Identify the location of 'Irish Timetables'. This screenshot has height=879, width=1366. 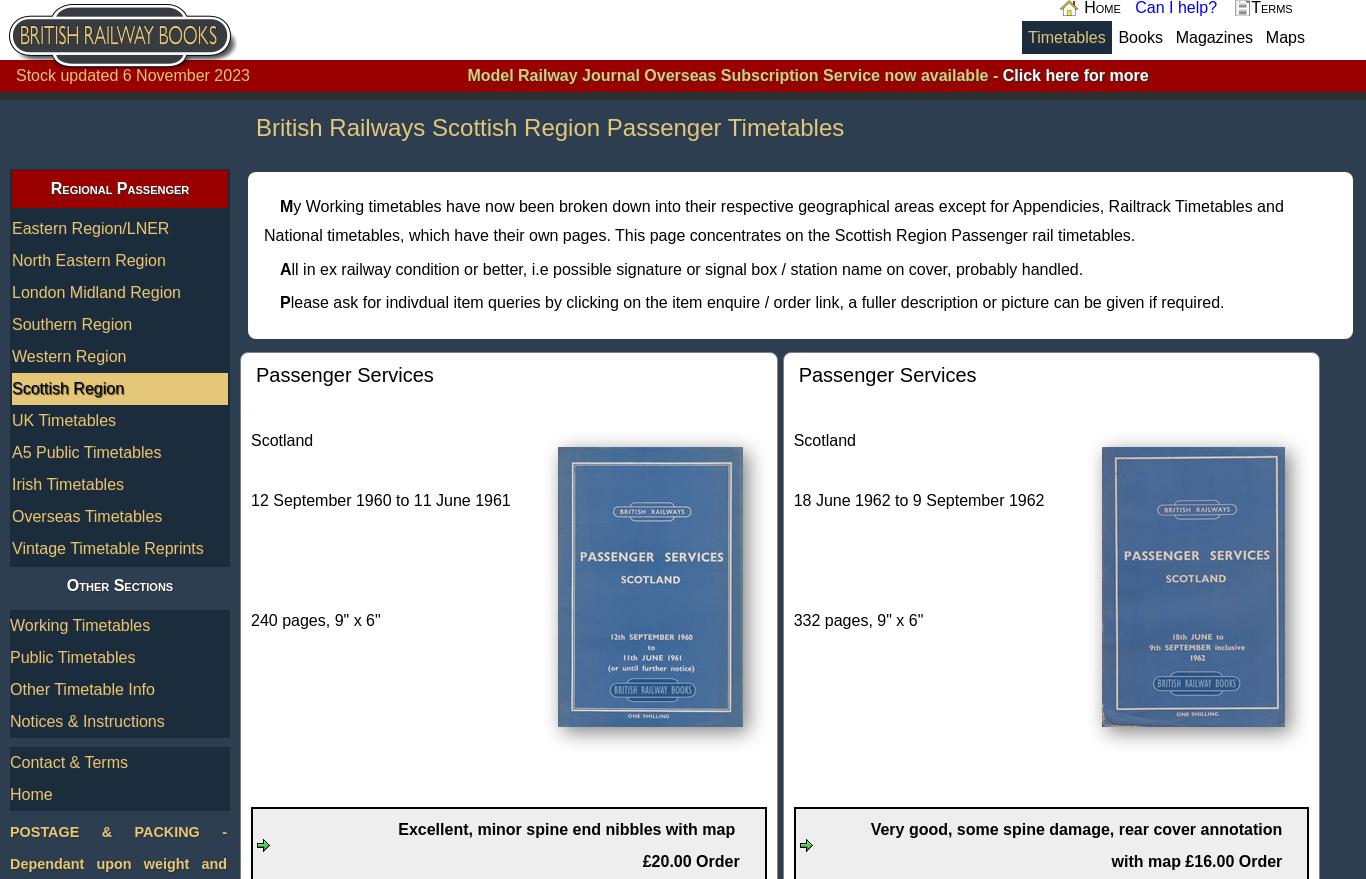
(68, 483).